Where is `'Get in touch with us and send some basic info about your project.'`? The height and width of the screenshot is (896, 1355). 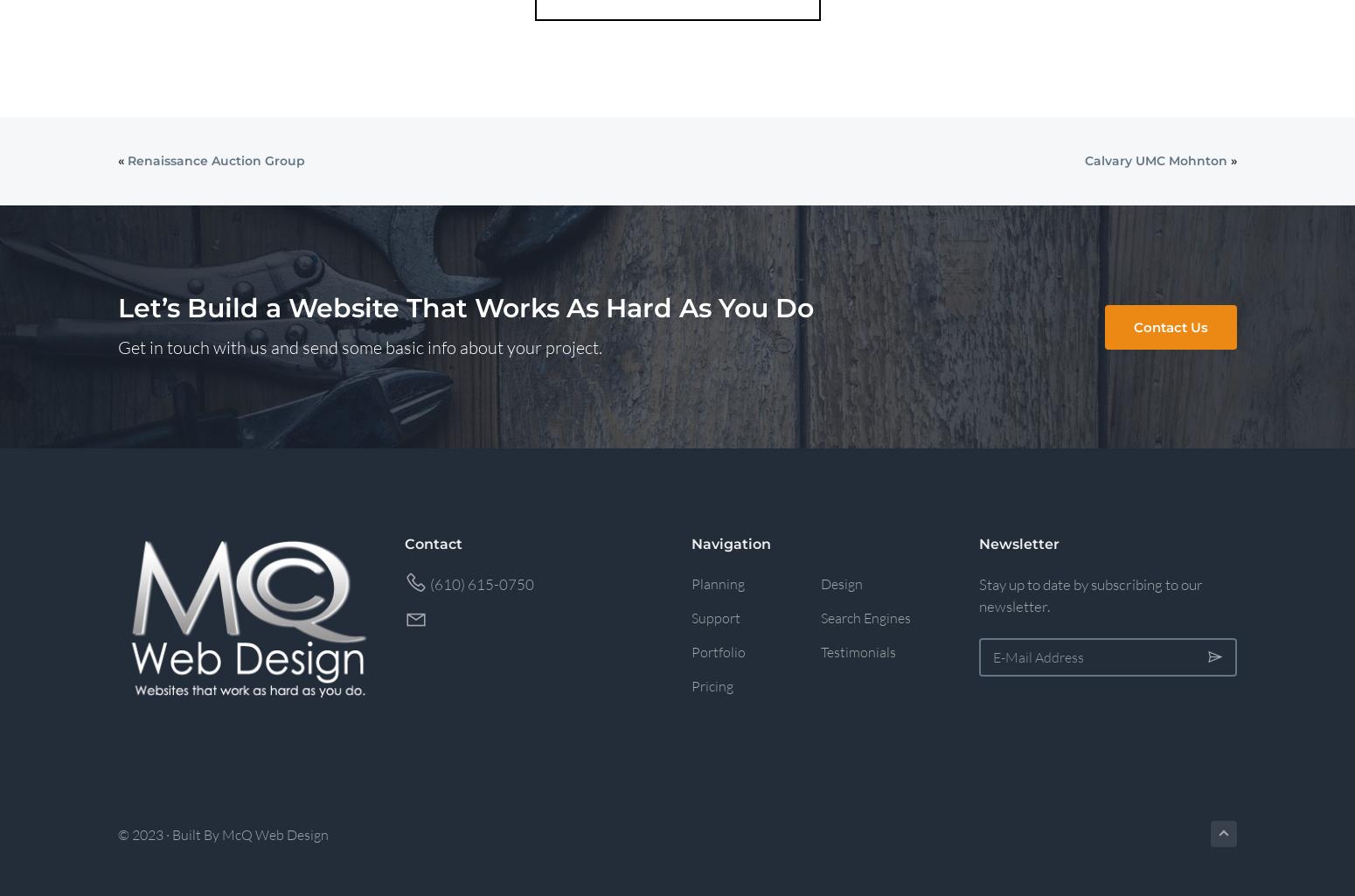 'Get in touch with us and send some basic info about your project.' is located at coordinates (359, 346).